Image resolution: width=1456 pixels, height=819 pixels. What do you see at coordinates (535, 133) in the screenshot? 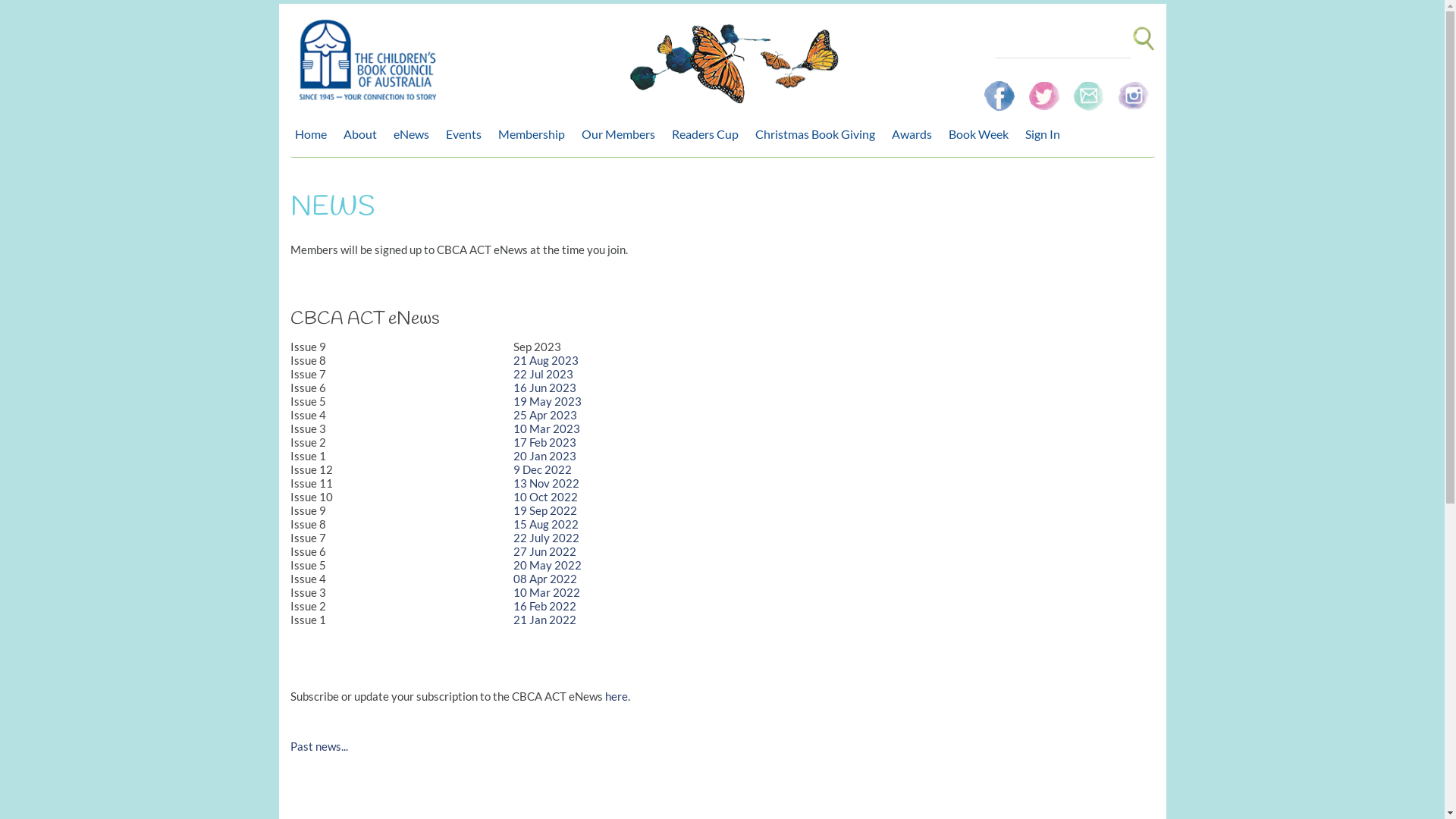
I see `'Membership'` at bounding box center [535, 133].